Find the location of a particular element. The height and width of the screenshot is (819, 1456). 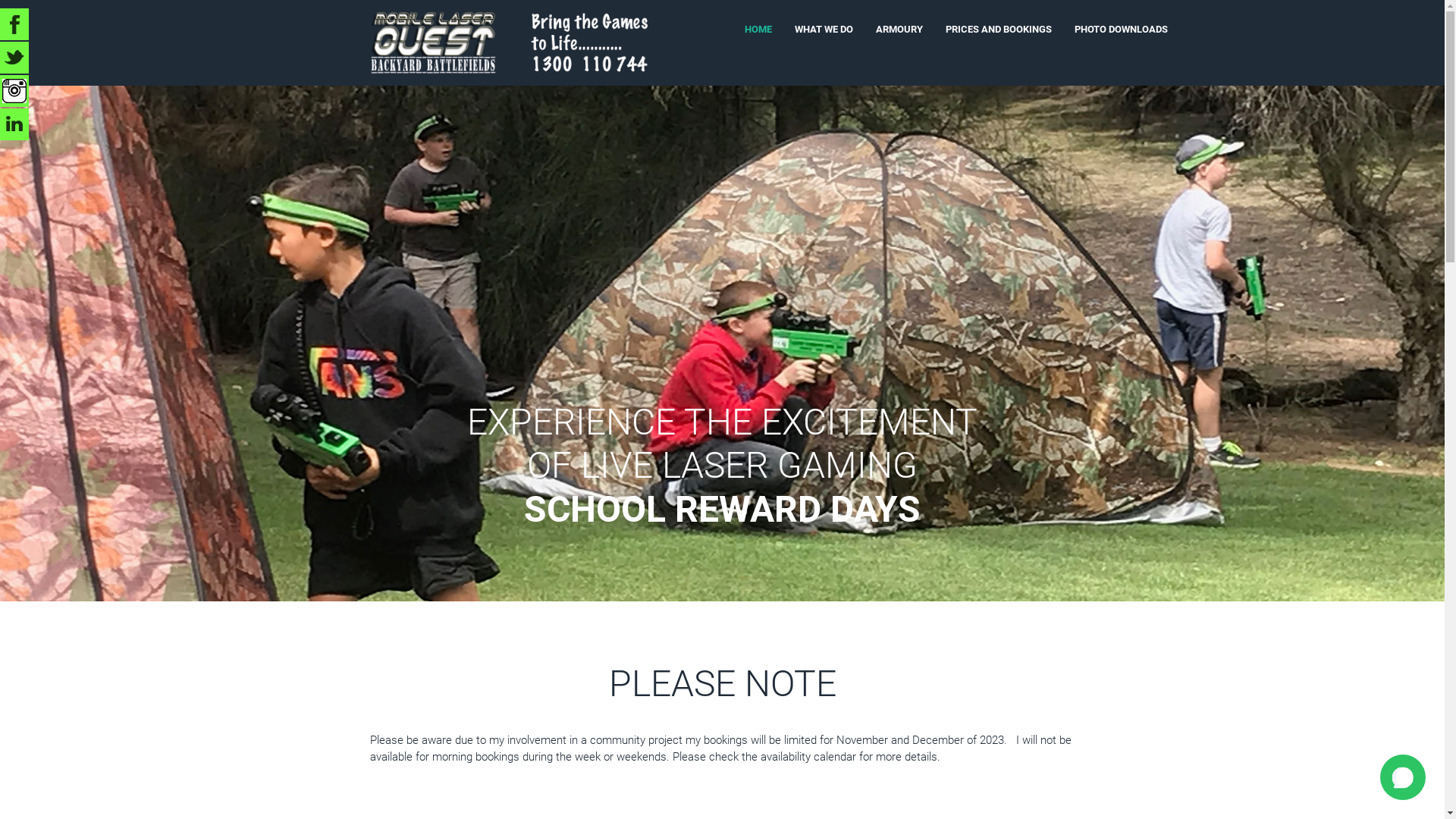

'WHAT WE DO' is located at coordinates (823, 29).